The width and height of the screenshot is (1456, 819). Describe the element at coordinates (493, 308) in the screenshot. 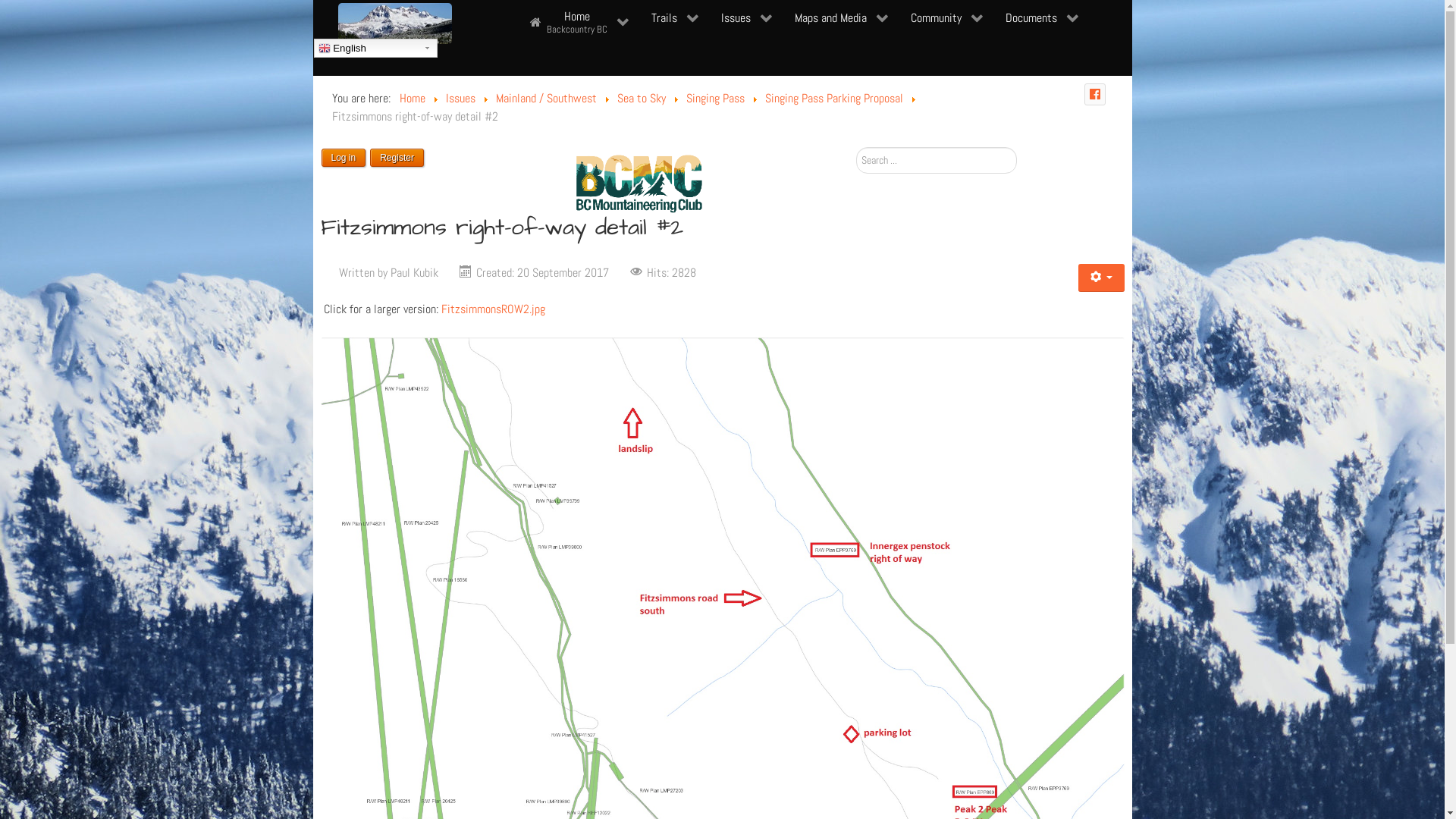

I see `'FitzsimmonsROW2.jpg'` at that location.